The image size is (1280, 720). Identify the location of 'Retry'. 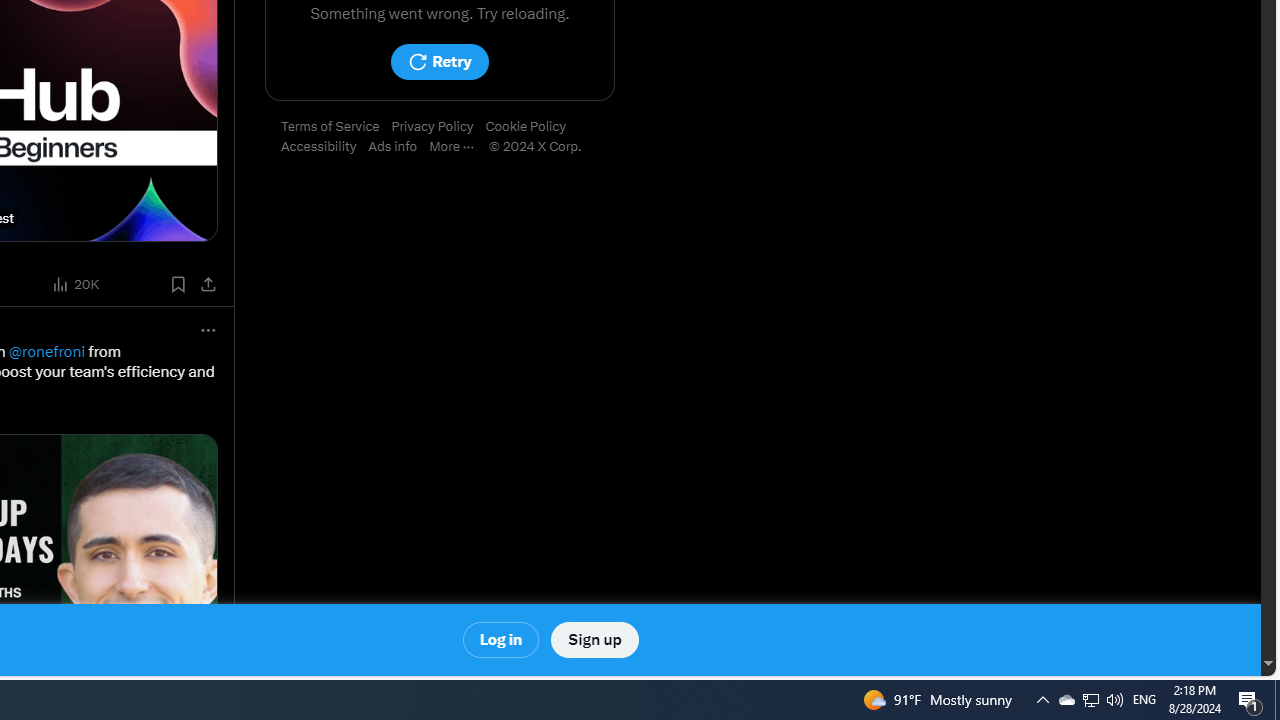
(438, 61).